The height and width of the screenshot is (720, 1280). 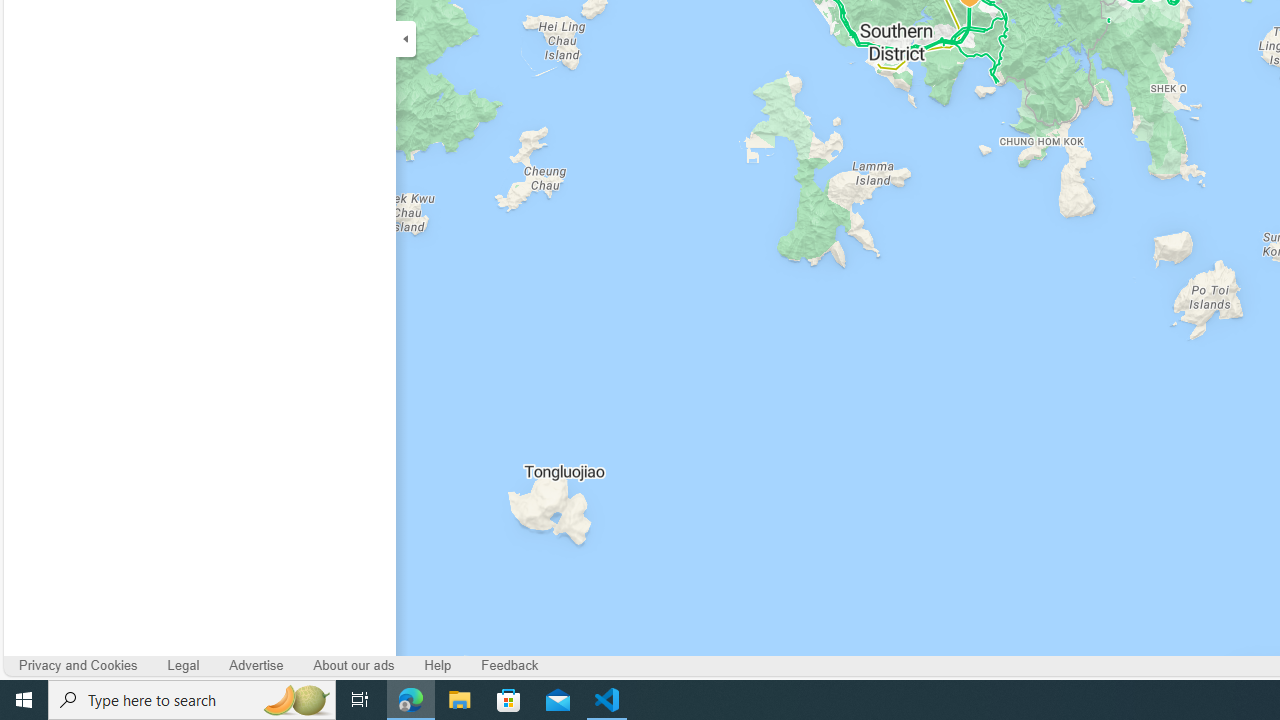 I want to click on 'About our ads', so click(x=354, y=665).